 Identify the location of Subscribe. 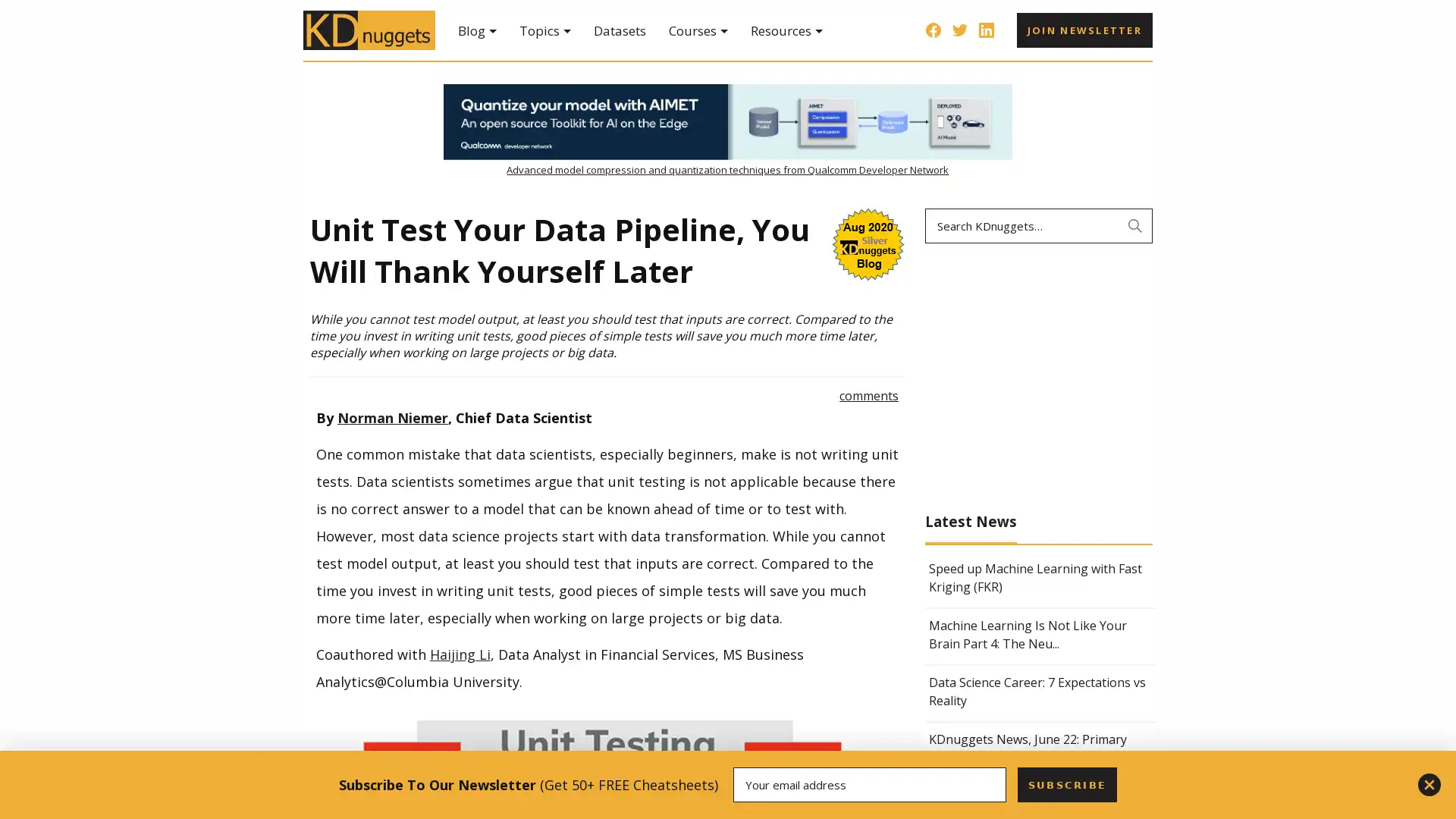
(1065, 784).